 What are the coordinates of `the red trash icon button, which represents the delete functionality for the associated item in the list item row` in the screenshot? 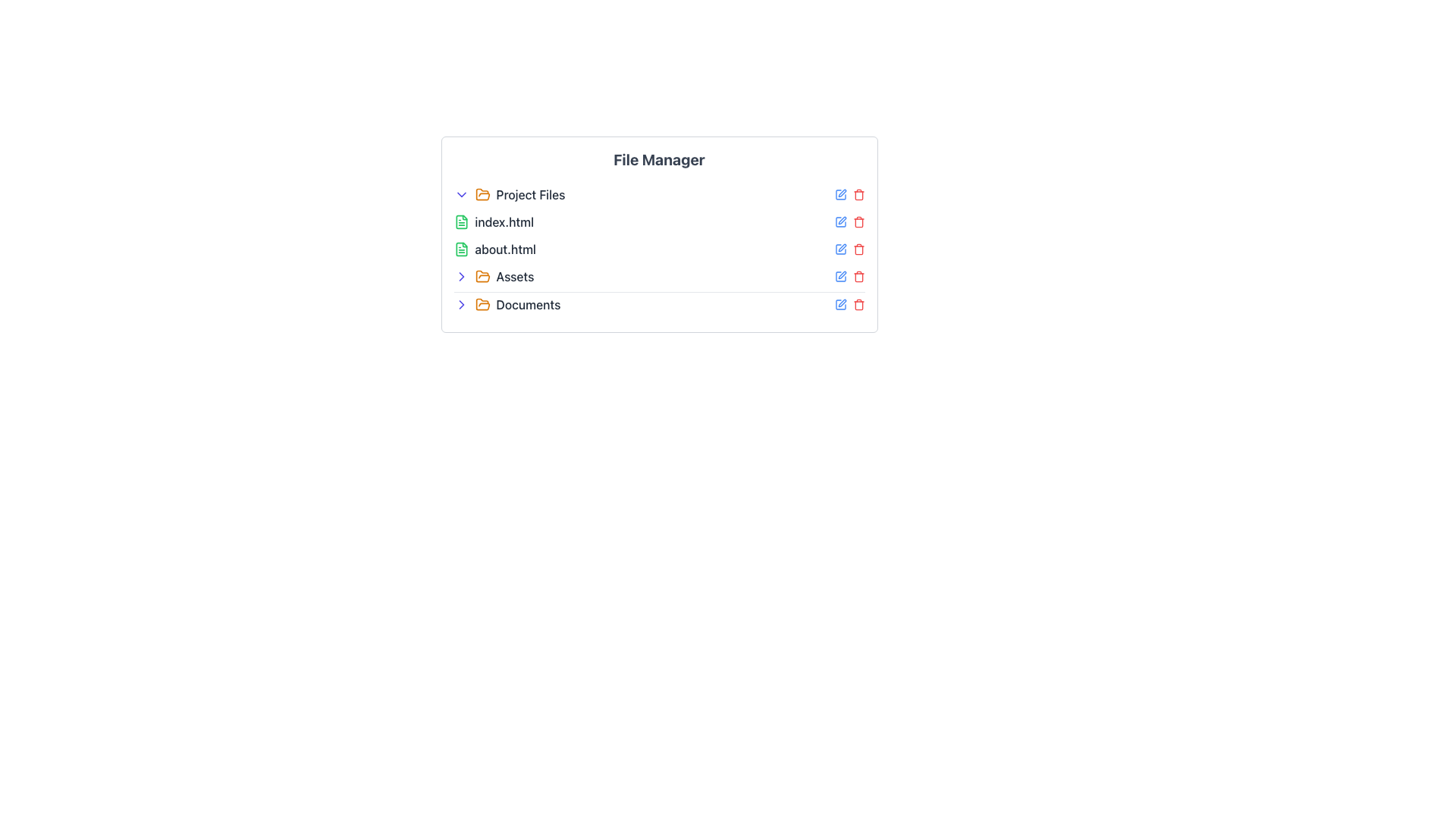 It's located at (858, 248).